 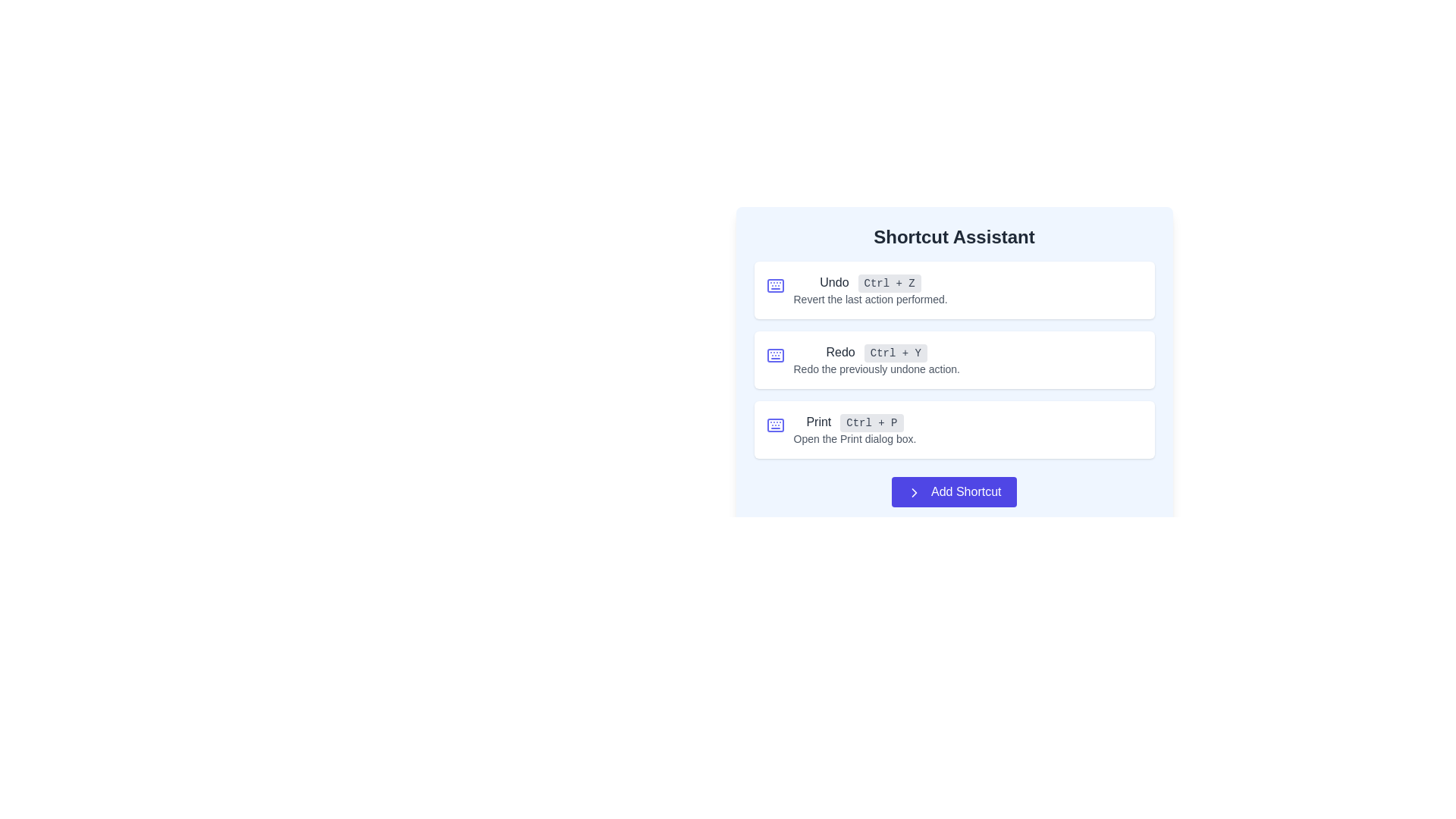 What do you see at coordinates (855, 430) in the screenshot?
I see `the 'Print' label which features a title in medium gray stating 'Print' and a description below it stating 'Open the Print dialog box.'` at bounding box center [855, 430].